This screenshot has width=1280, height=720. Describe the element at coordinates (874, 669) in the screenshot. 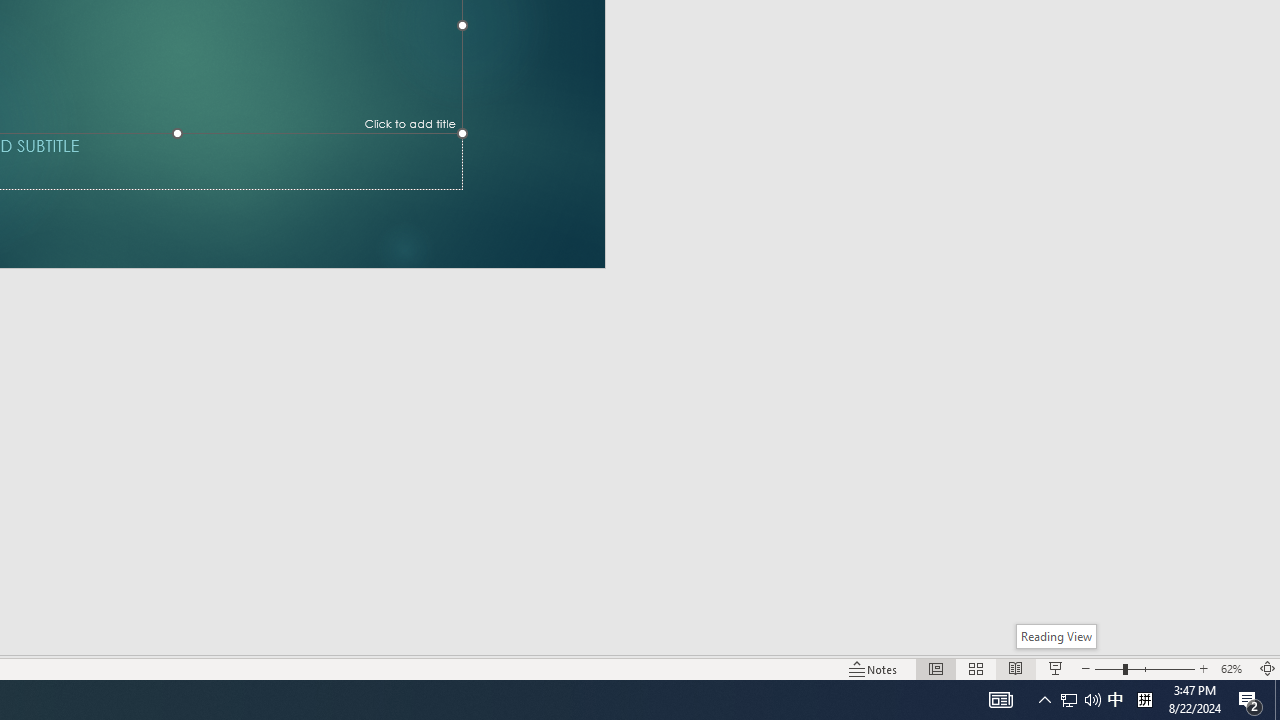

I see `'Notes '` at that location.